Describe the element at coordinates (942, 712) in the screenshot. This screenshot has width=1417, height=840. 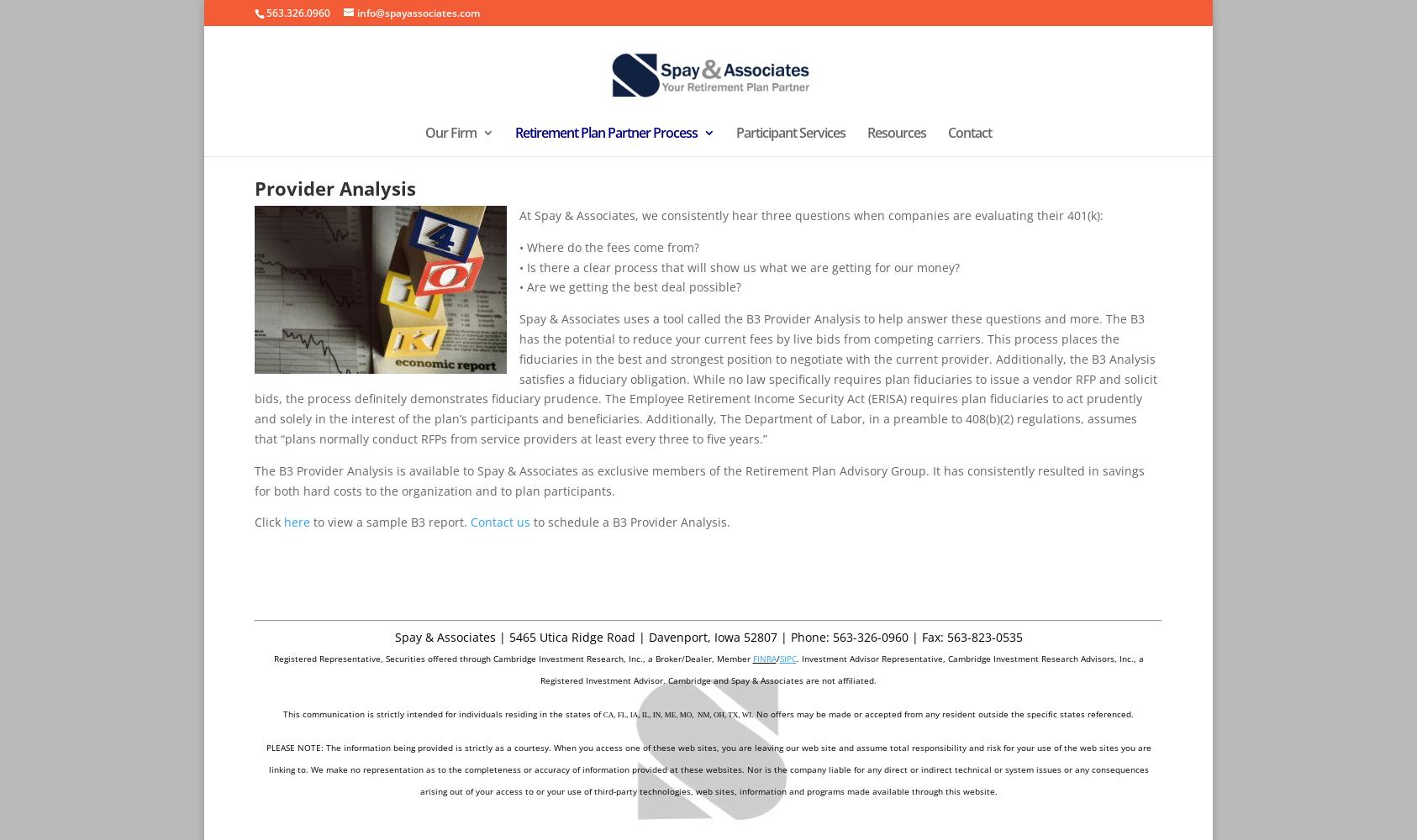
I see `'. No offers may be made or accepted from any resident outside the specific states referenced.'` at that location.